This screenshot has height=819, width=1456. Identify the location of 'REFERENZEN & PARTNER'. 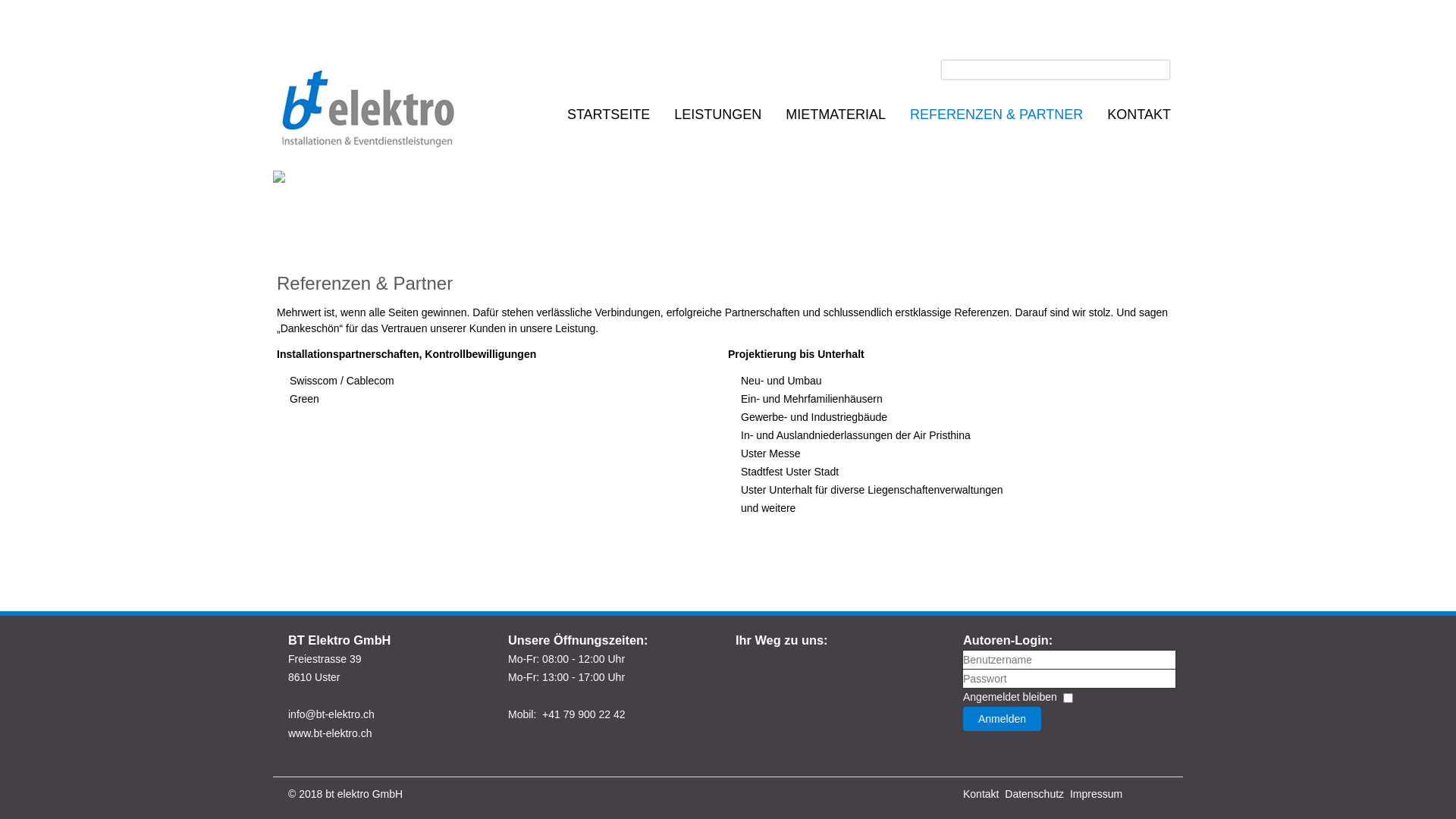
(906, 113).